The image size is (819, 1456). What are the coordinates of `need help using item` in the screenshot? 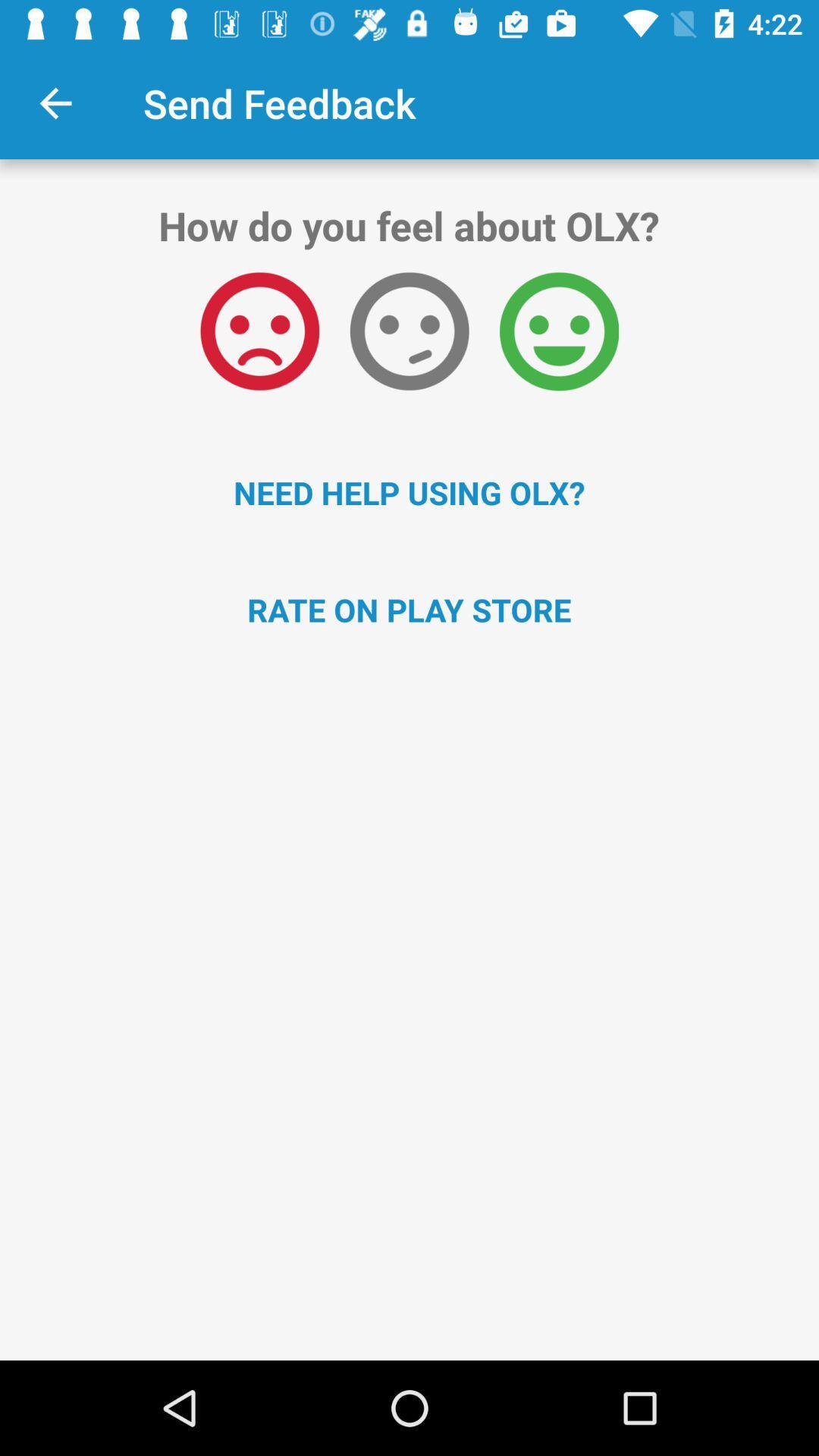 It's located at (409, 492).